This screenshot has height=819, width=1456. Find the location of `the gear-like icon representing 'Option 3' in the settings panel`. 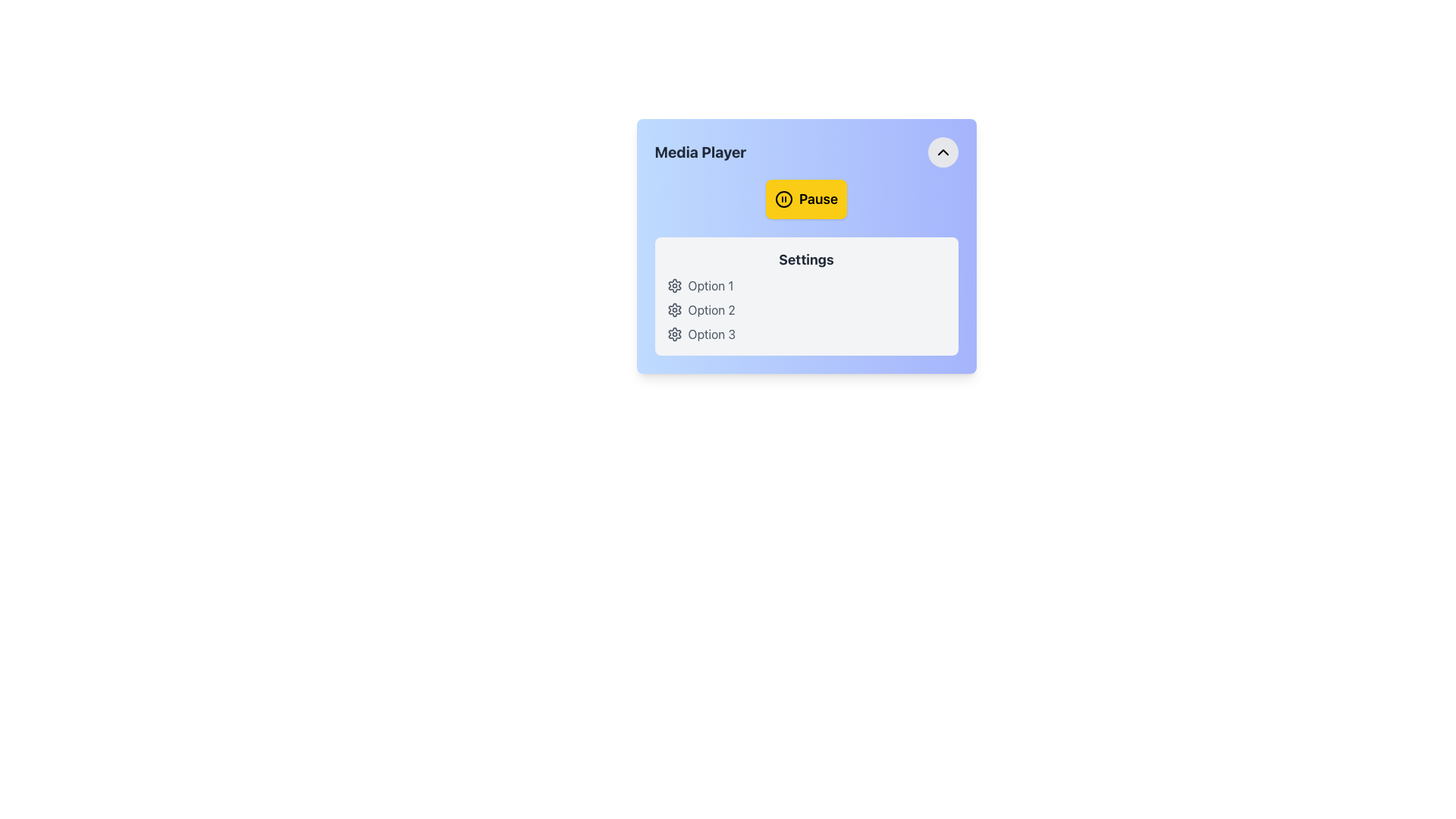

the gear-like icon representing 'Option 3' in the settings panel is located at coordinates (673, 333).